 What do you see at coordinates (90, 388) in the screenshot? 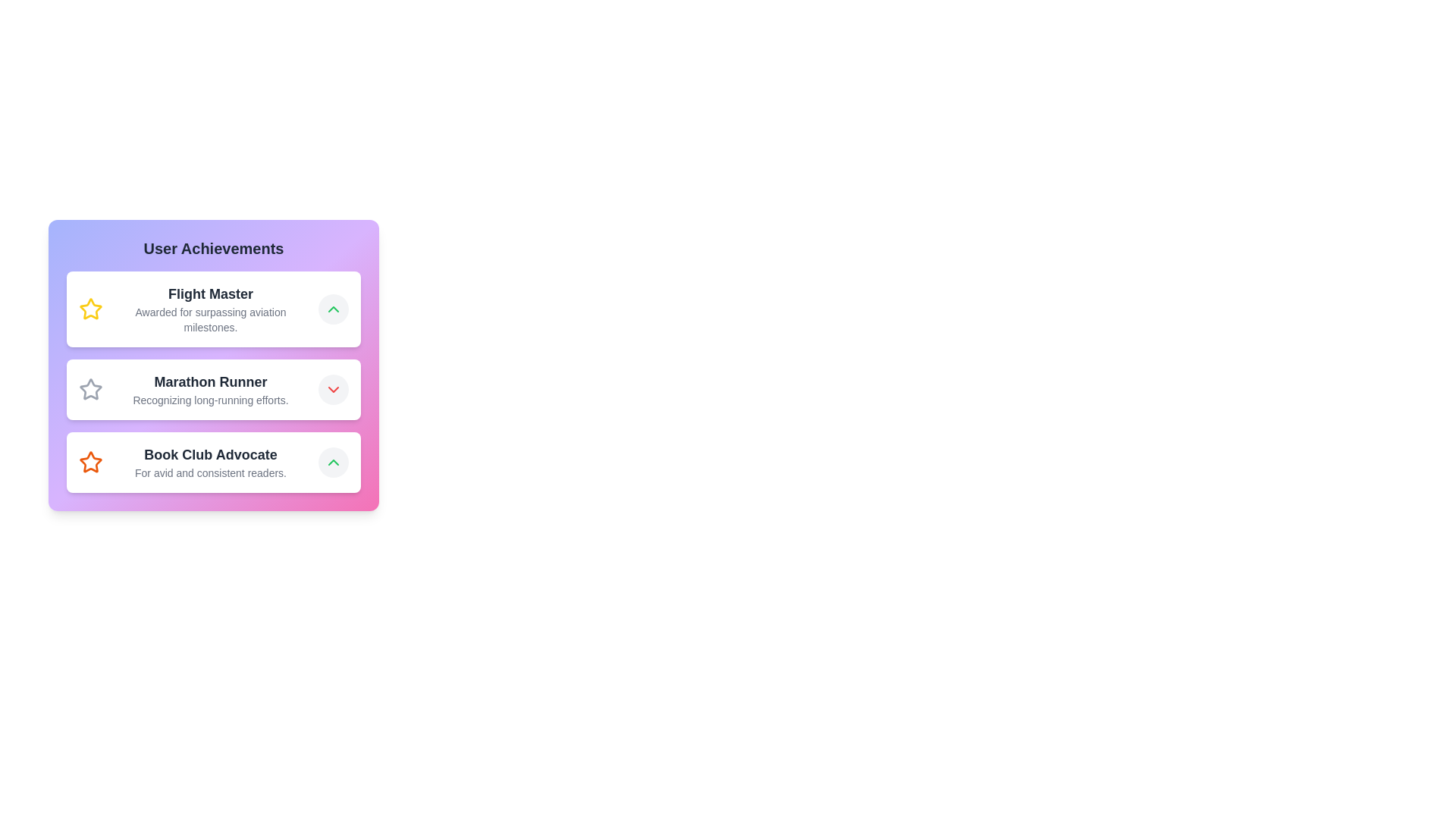
I see `the gray star-shaped icon located at the top-left corner of the 'Marathon Runner' card in the 'User Achievements' section` at bounding box center [90, 388].